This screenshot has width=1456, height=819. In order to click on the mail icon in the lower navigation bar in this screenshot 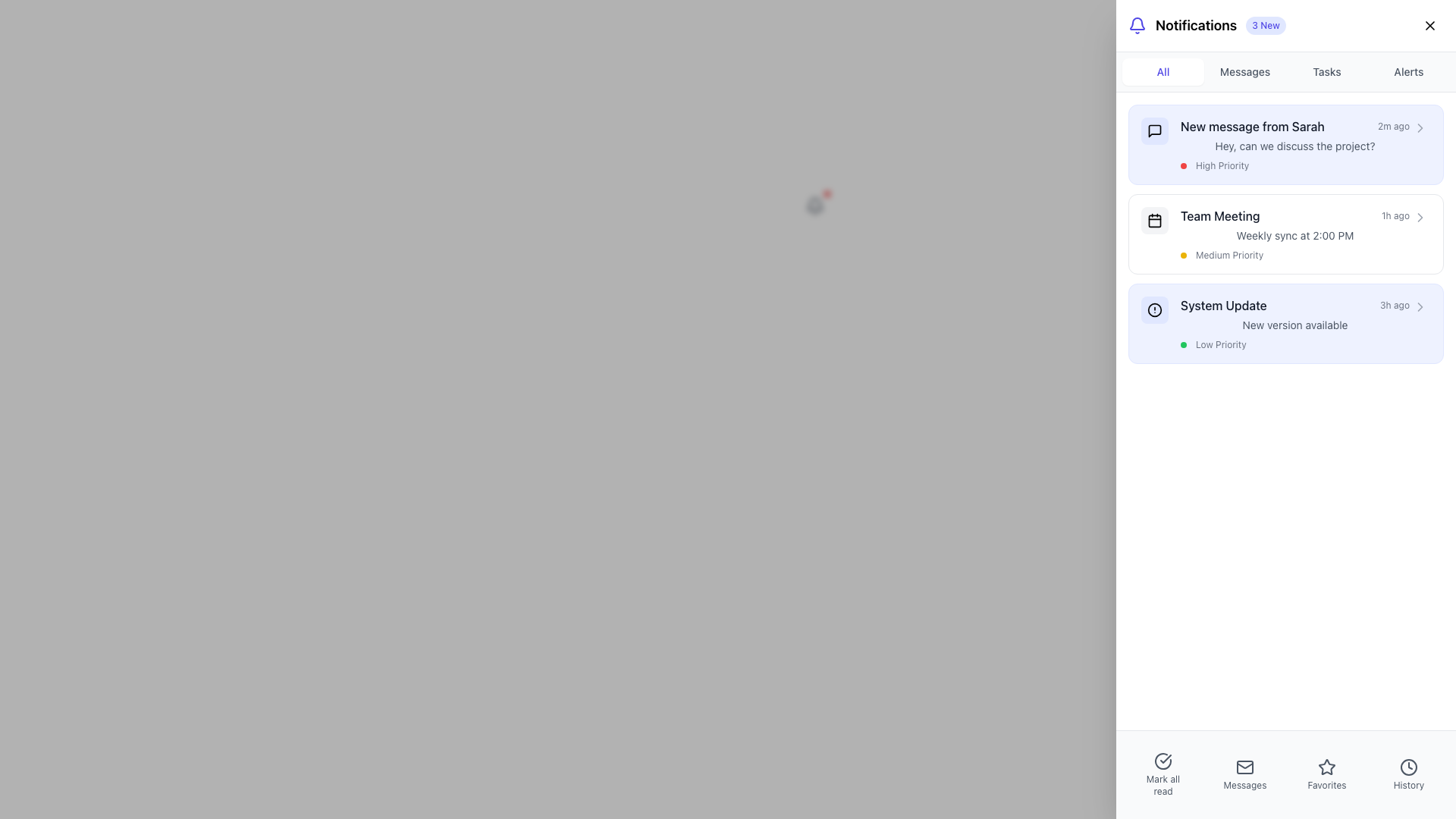, I will do `click(1244, 767)`.